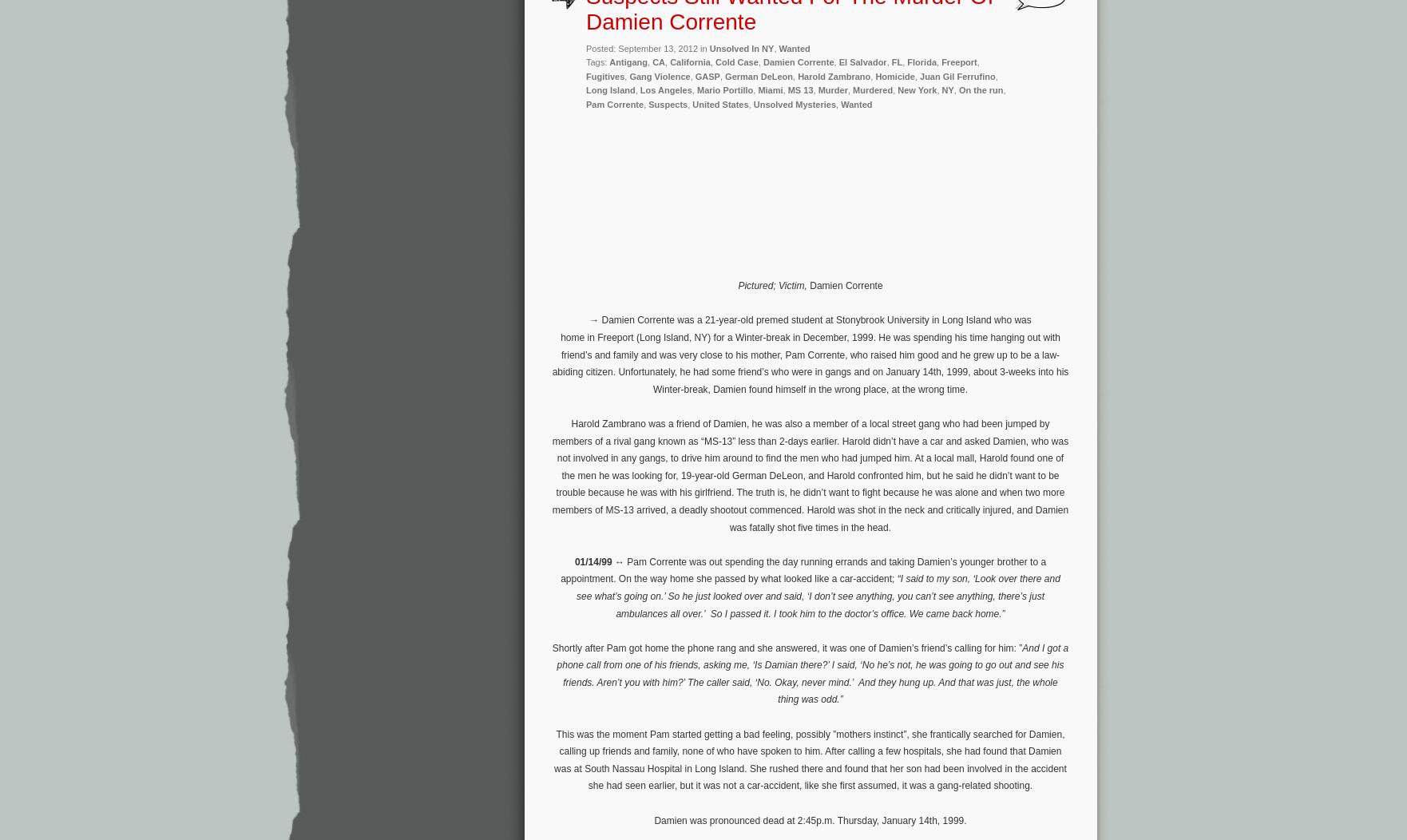 This screenshot has width=1407, height=840. What do you see at coordinates (787, 647) in the screenshot?
I see `'Shortly after Pam got home the phone rang and she answered, it was one of Damien’s friend’s calling for him: ”'` at bounding box center [787, 647].